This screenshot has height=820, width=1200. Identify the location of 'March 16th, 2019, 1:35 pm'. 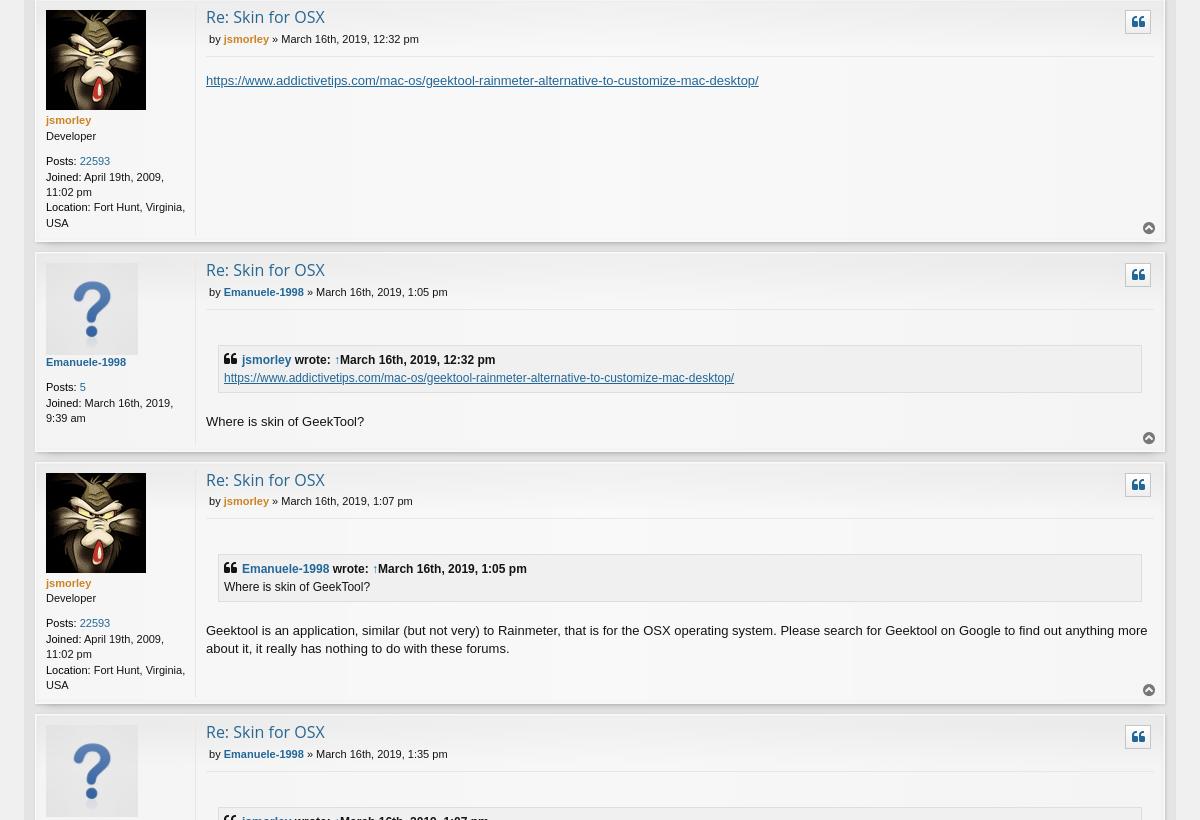
(381, 752).